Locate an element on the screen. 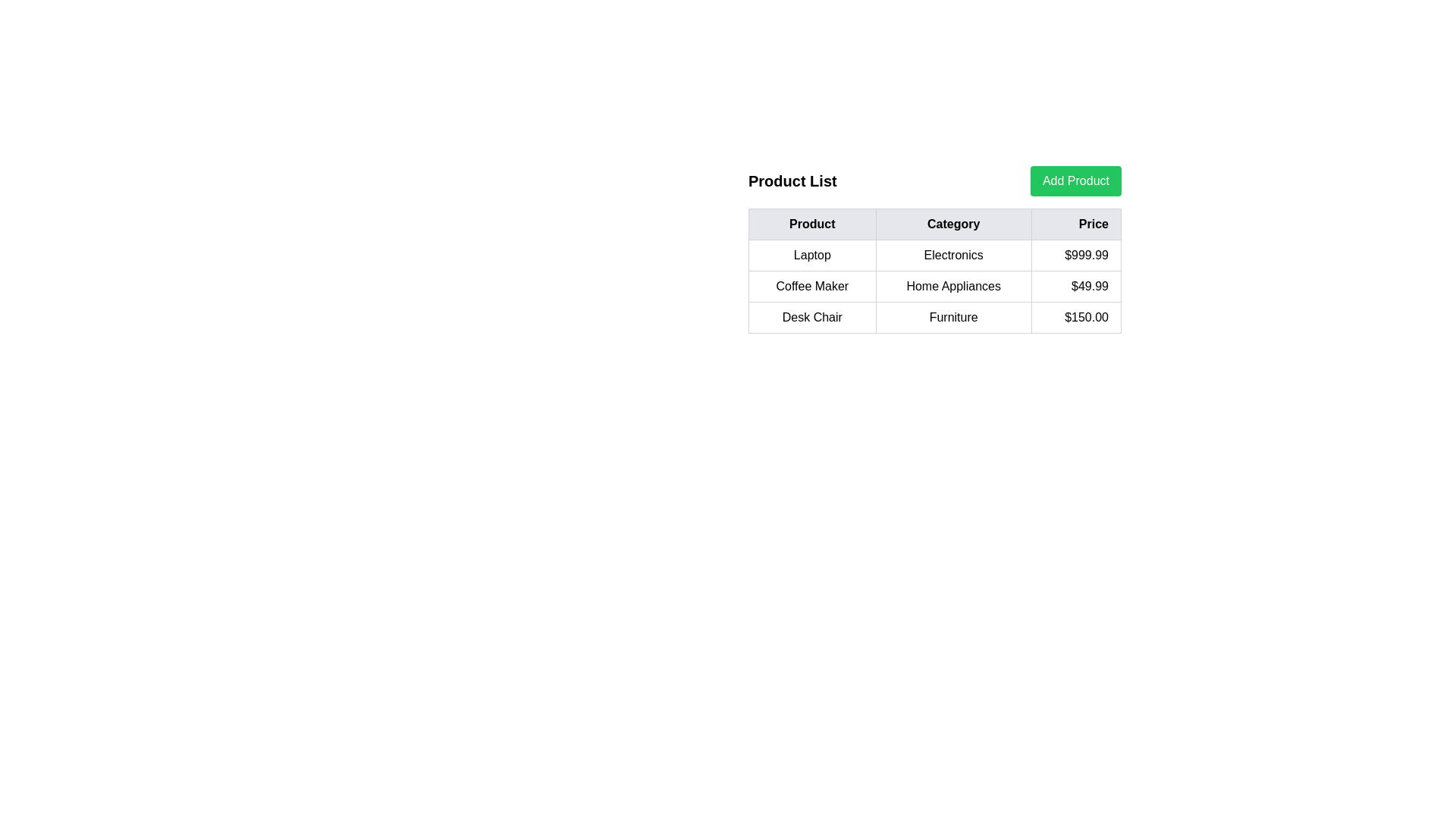  text displayed in the Text Label that shows the price of the product, which is located in the third row under the 'Price' column, aligned with 'Desk Chair' in the 'Product' column is located at coordinates (1075, 317).